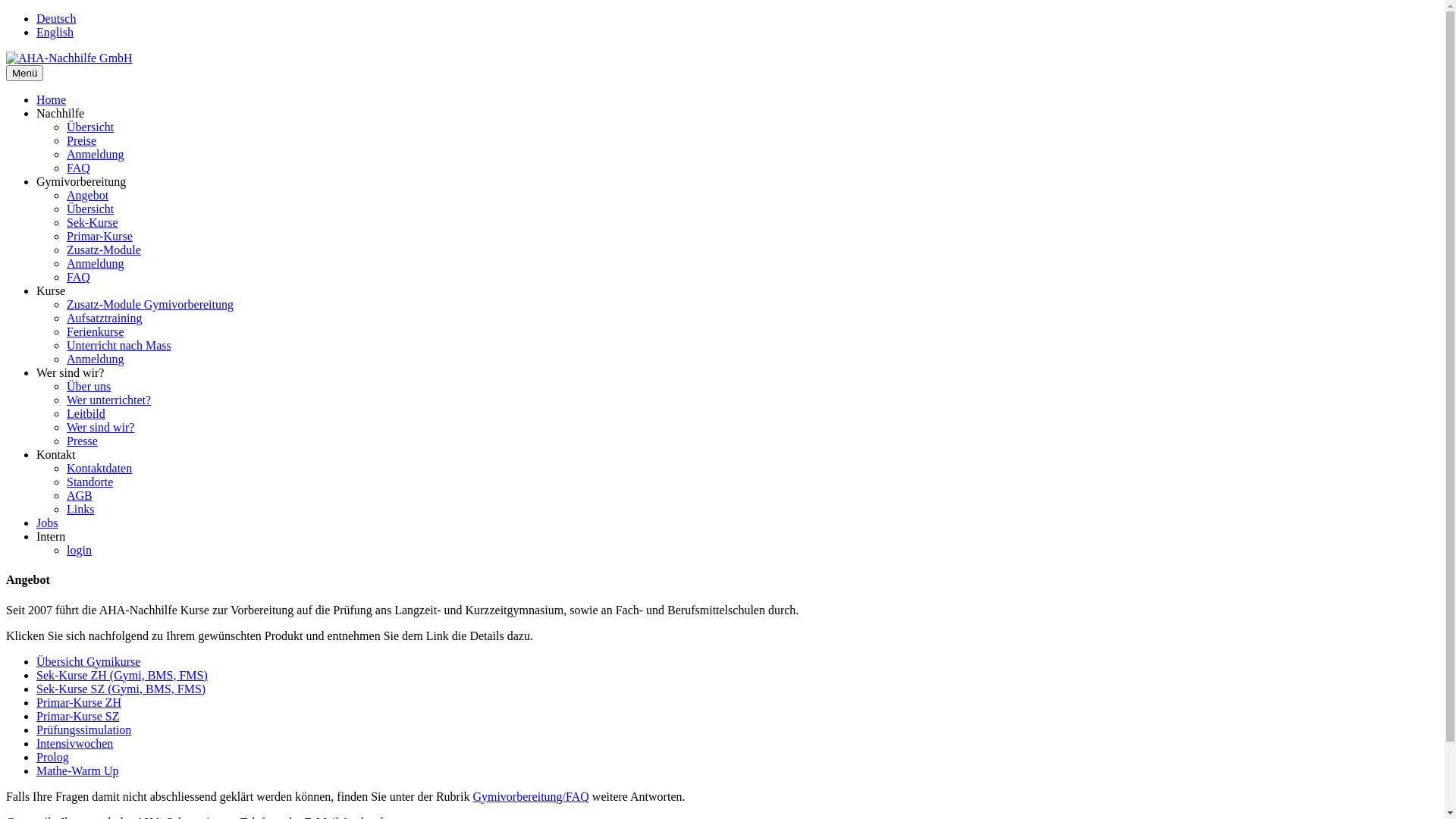 The height and width of the screenshot is (819, 1456). Describe the element at coordinates (89, 482) in the screenshot. I see `'Standorte'` at that location.